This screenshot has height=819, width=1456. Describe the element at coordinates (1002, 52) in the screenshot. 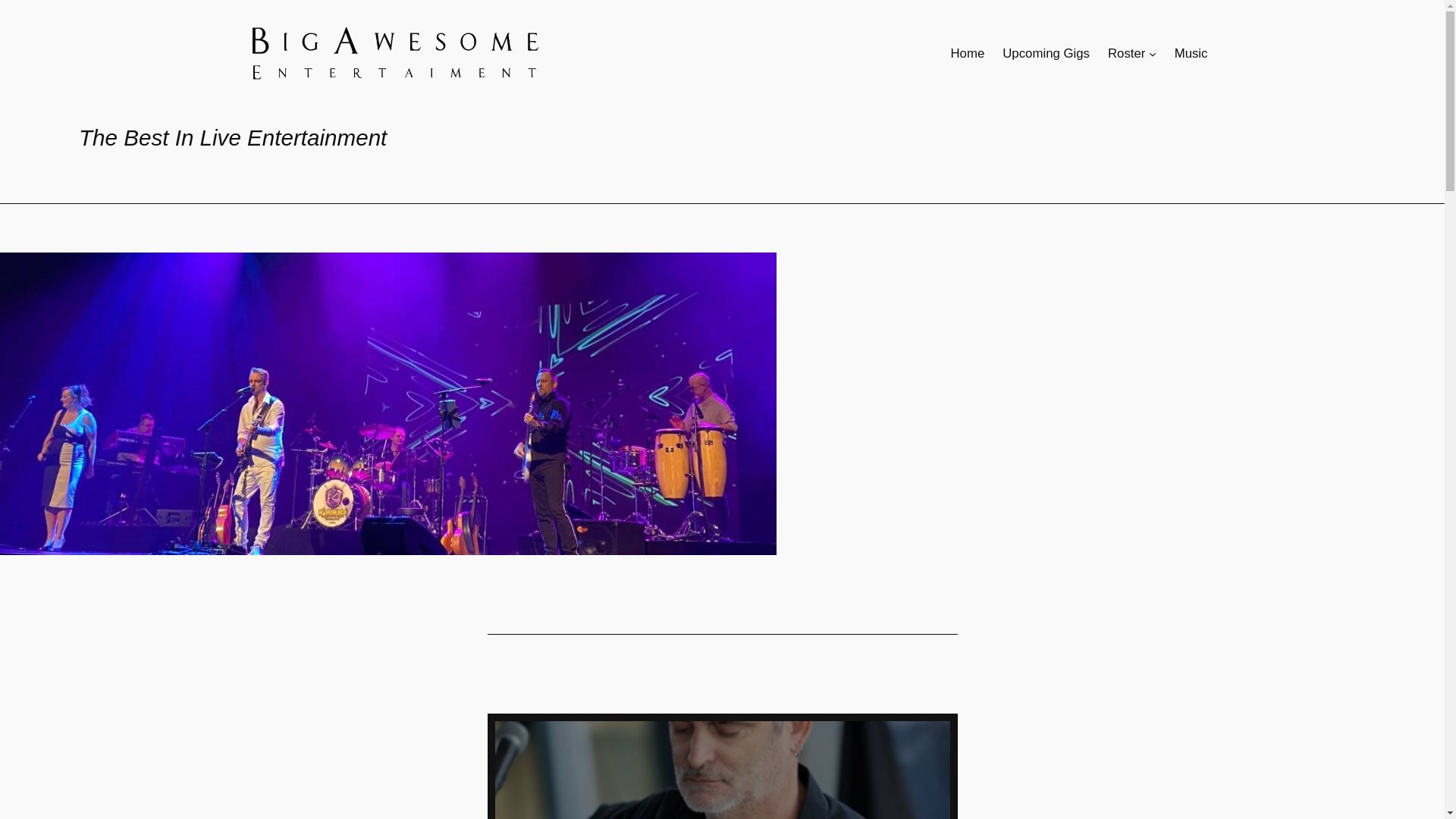

I see `'Upcoming Gigs'` at that location.